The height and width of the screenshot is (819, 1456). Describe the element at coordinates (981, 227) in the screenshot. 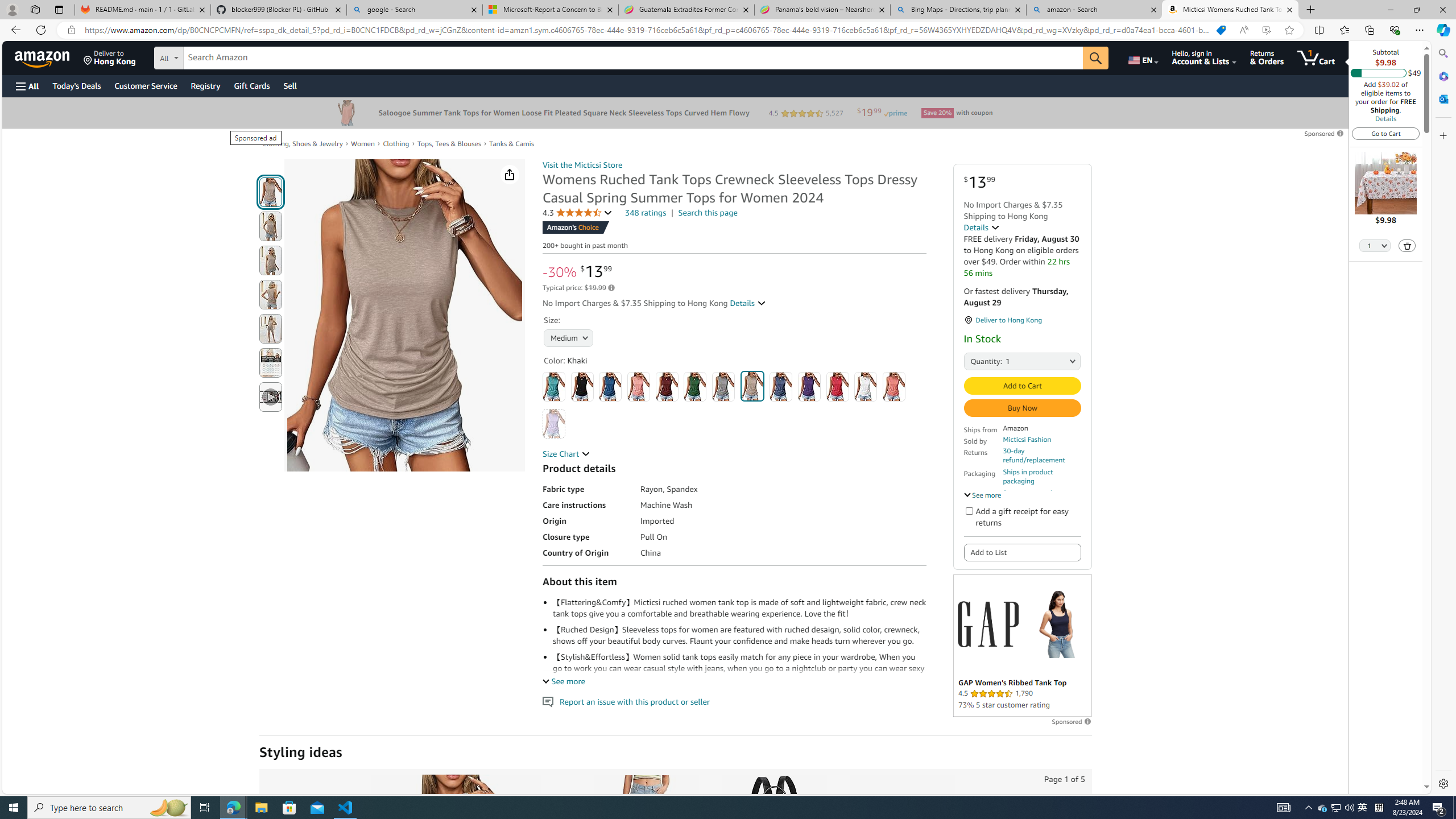

I see `'Details '` at that location.